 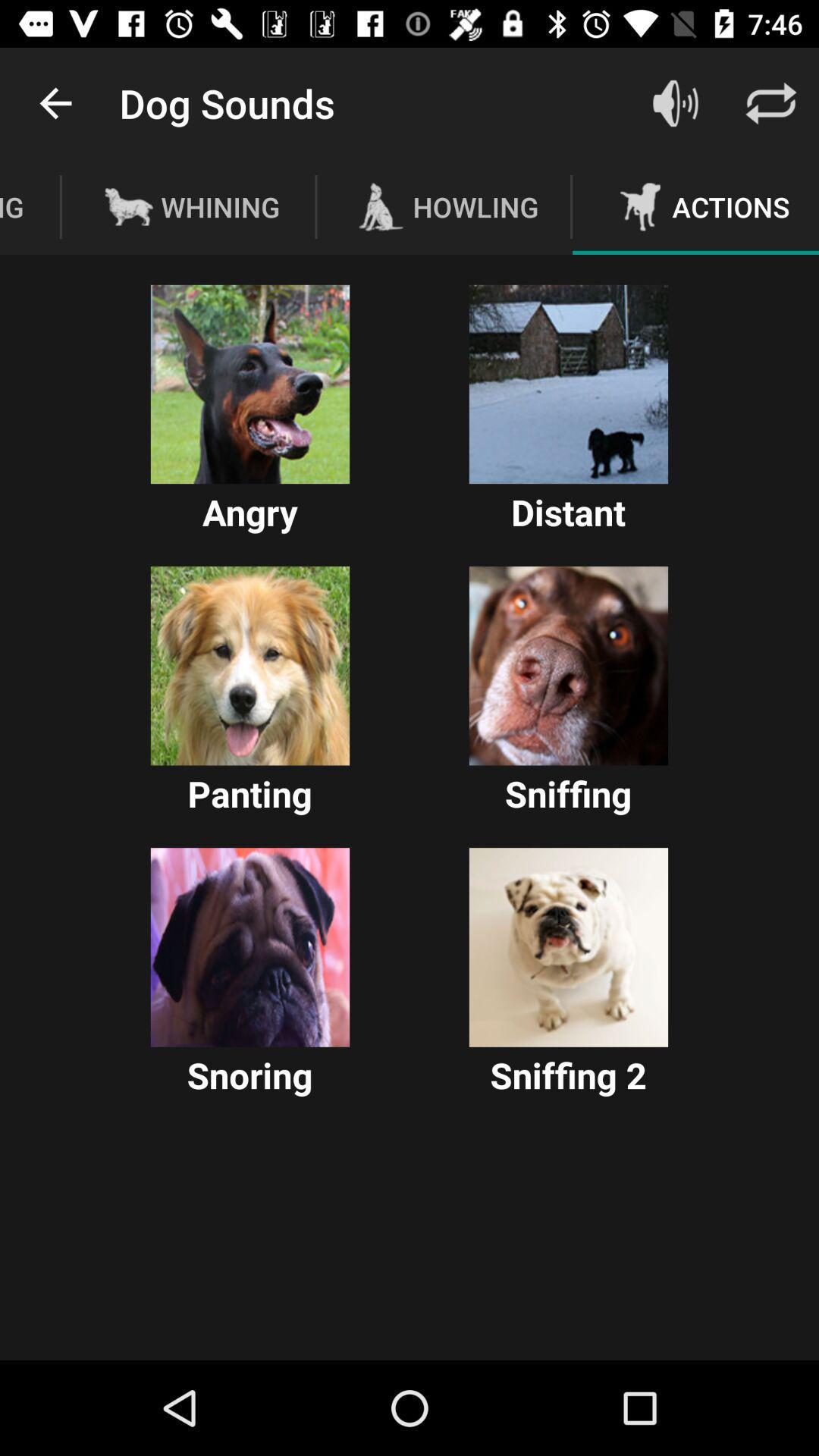 What do you see at coordinates (55, 102) in the screenshot?
I see `the icon to the left of the dog sounds icon` at bounding box center [55, 102].